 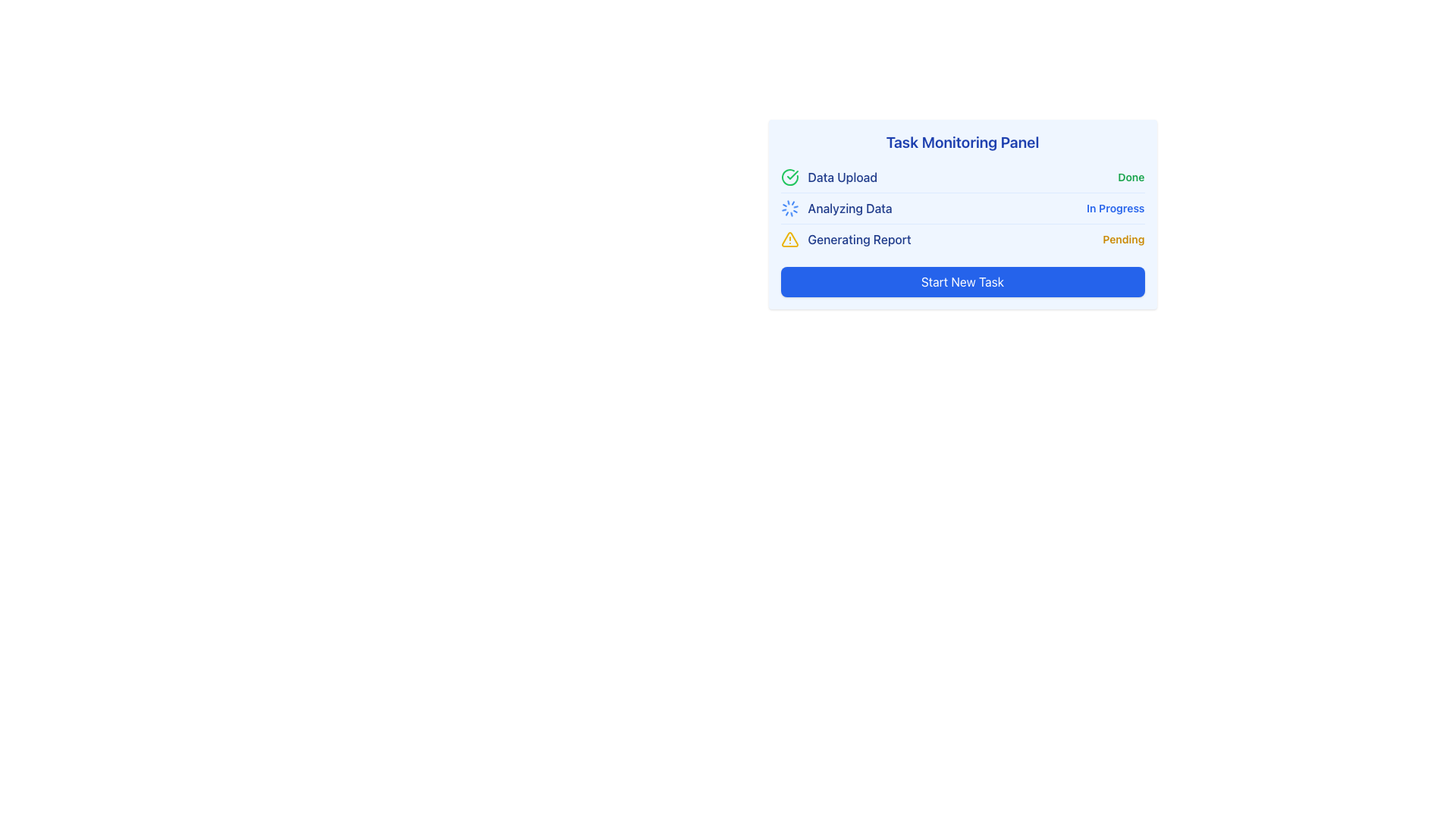 I want to click on the green text label reading 'Done', which is positioned to the far right of the task monitoring panel, aligned horizontally with the 'Data Upload' task, so click(x=1131, y=177).